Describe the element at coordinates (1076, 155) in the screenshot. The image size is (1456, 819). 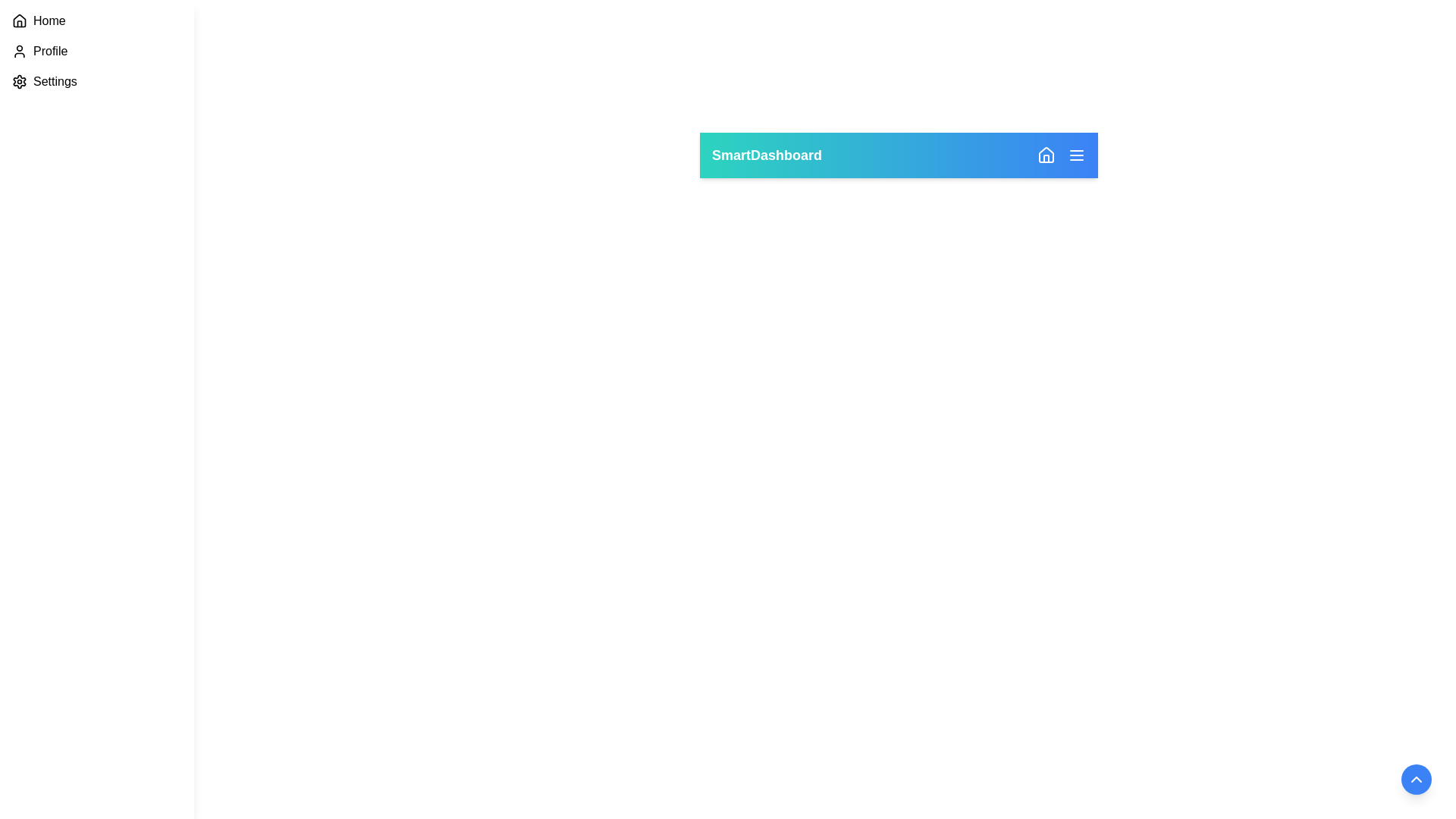
I see `the menu button icon, which is a small square with three white horizontal lines on a blue background, located on the far right of the navigation bar` at that location.